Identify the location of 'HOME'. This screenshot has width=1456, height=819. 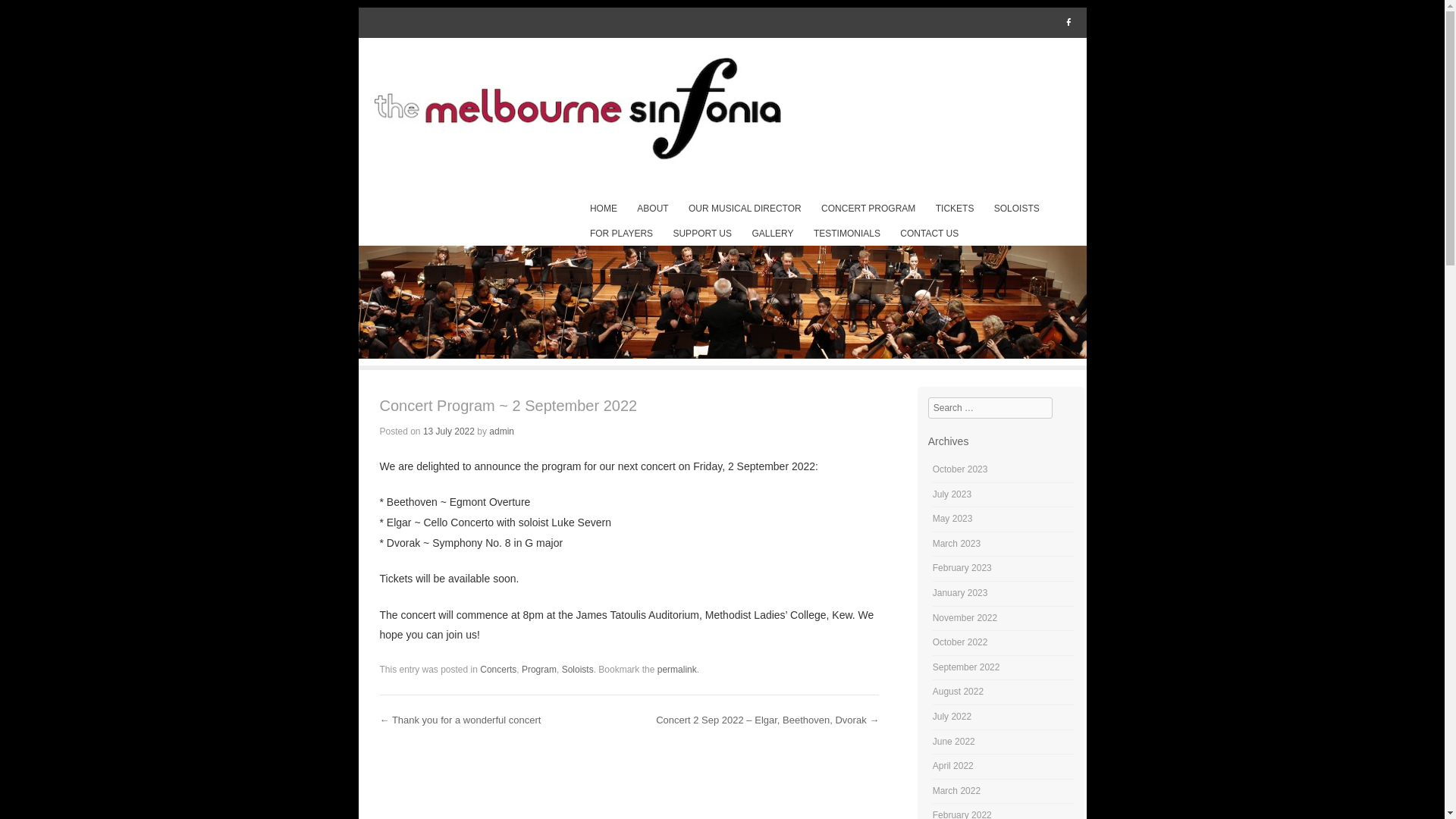
(582, 209).